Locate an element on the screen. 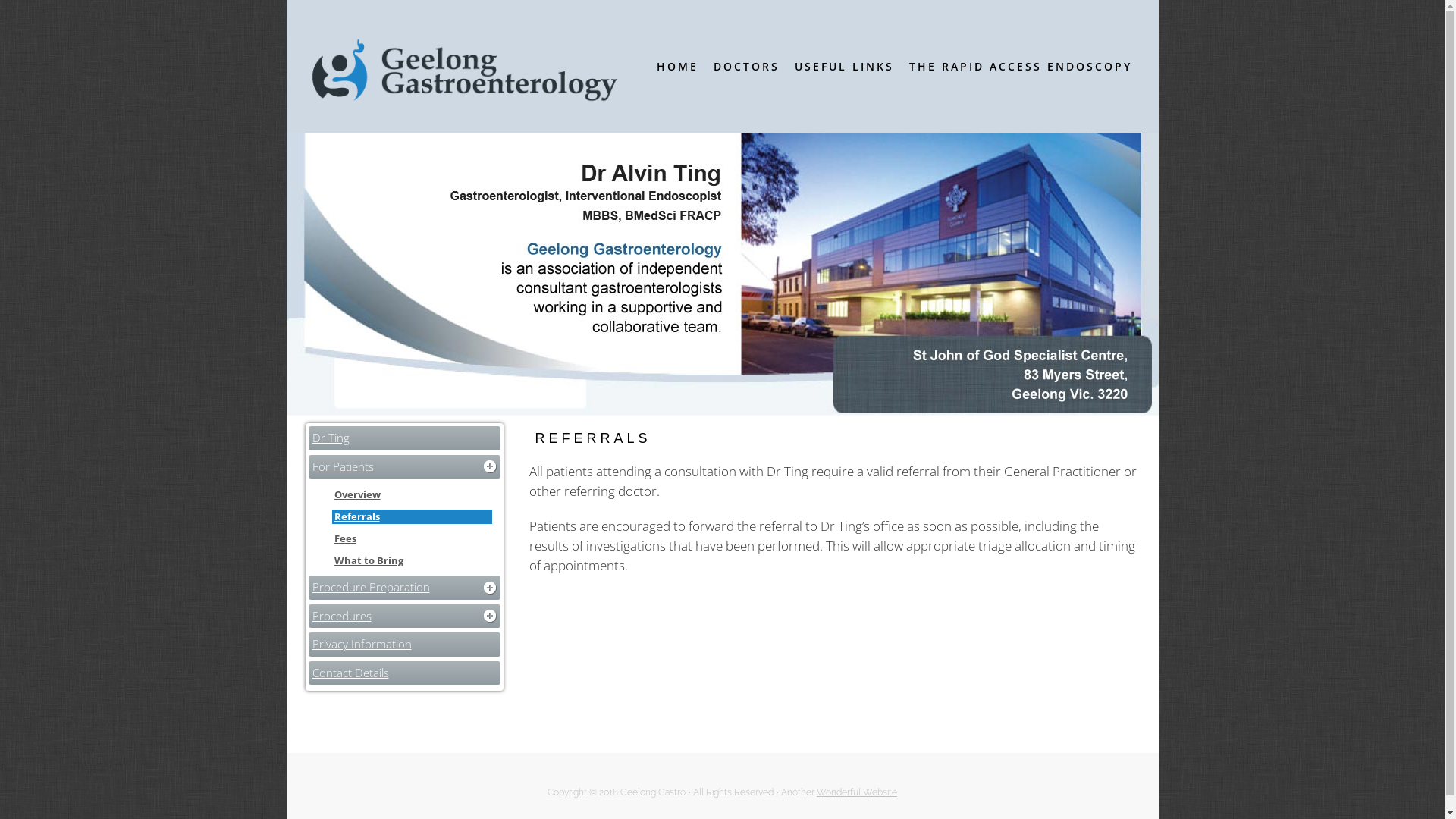 The width and height of the screenshot is (1456, 819). 'THE RAPID ACCESS ENDOSCOPY' is located at coordinates (1019, 65).